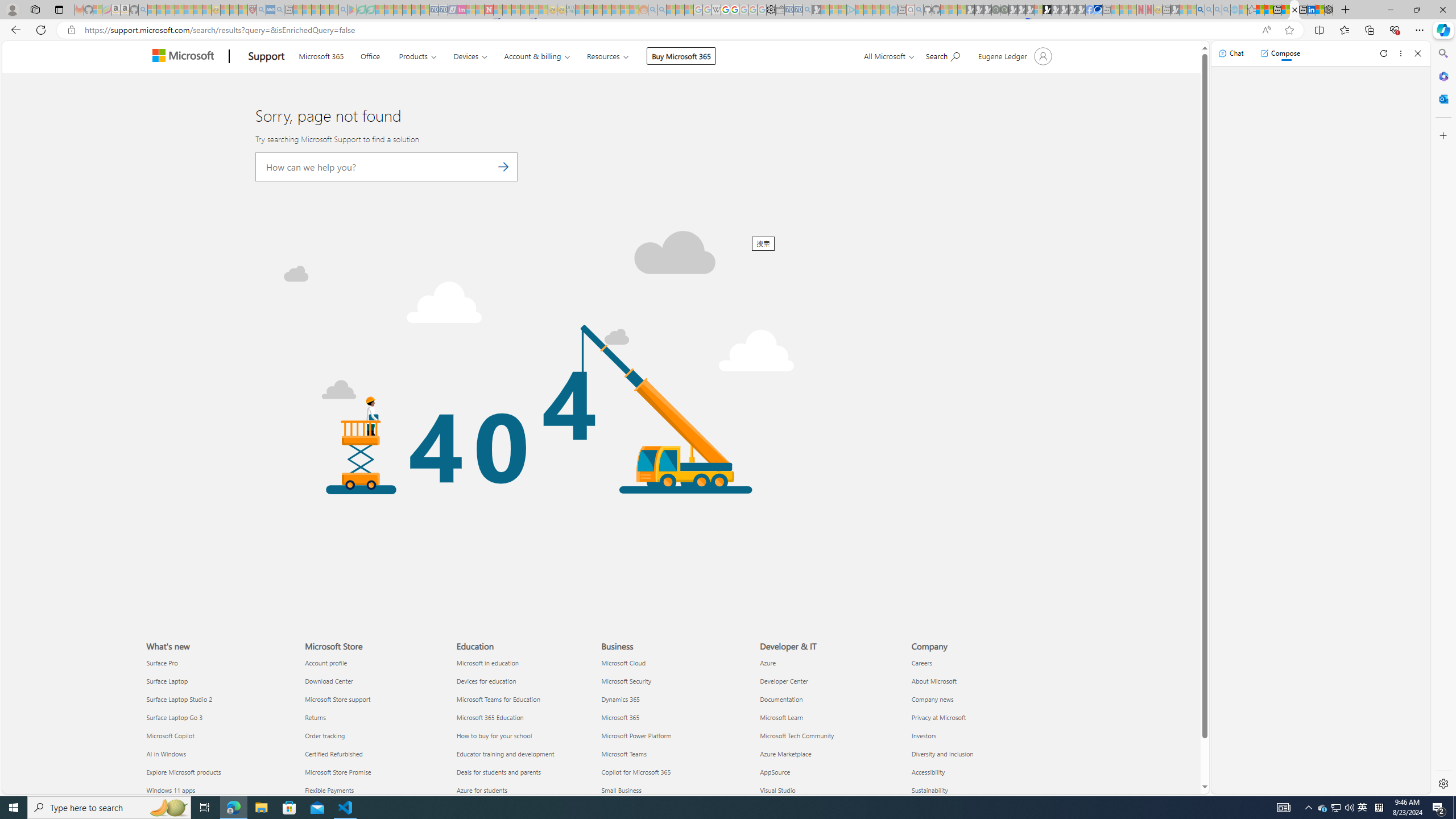 This screenshot has width=1456, height=819. What do you see at coordinates (315, 717) in the screenshot?
I see `'Returns Microsoft Store'` at bounding box center [315, 717].